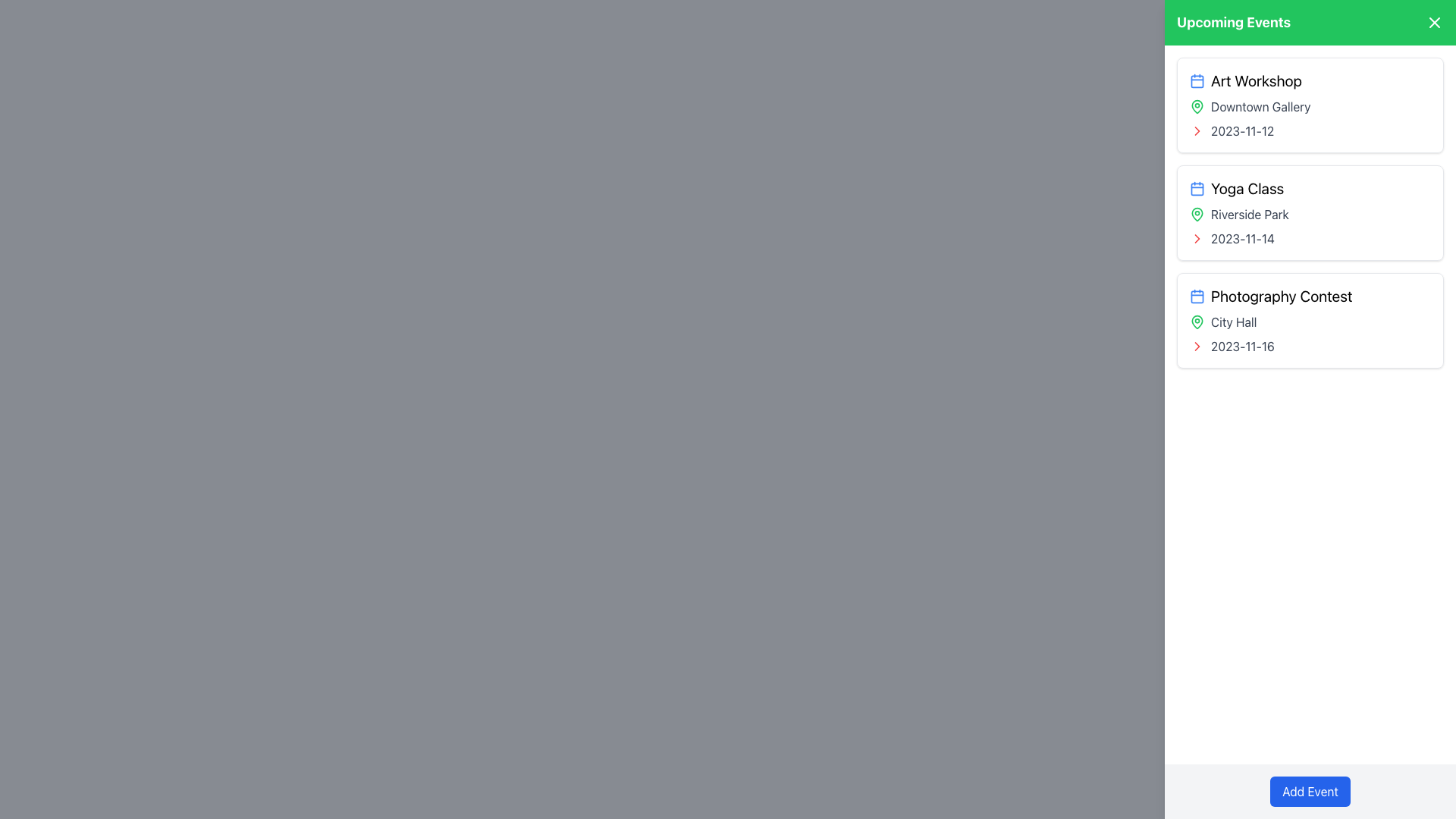 This screenshot has width=1456, height=819. I want to click on the right-facing red chevron icon associated with the 'Yoga Class' event on '2023-11-14', which is positioned to the left of the date display, so click(1197, 239).